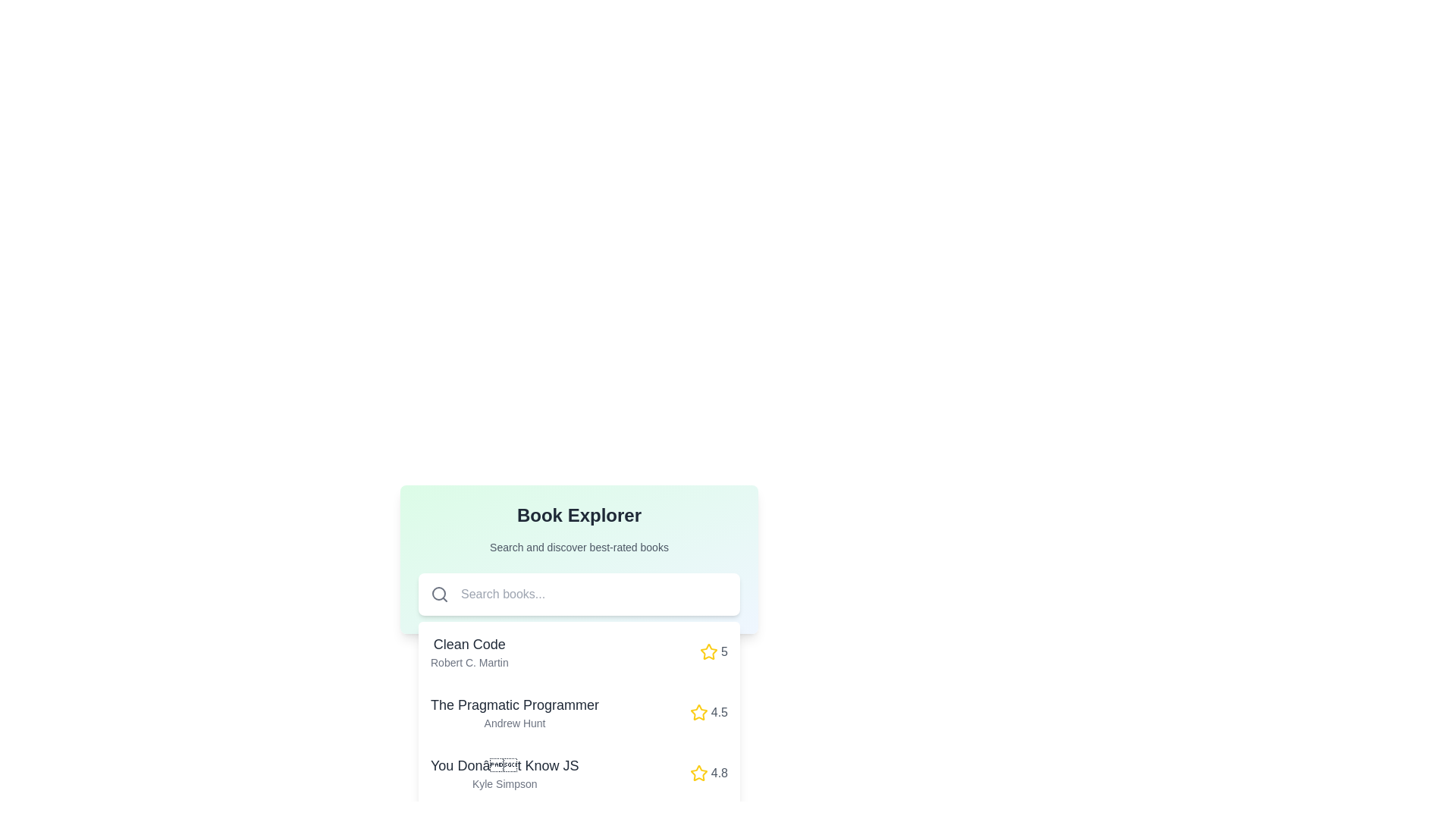 The image size is (1456, 819). What do you see at coordinates (469, 662) in the screenshot?
I see `static text label displaying the author of the book titled 'Clean Code', located directly below the title in the 'Book Explorer' section` at bounding box center [469, 662].